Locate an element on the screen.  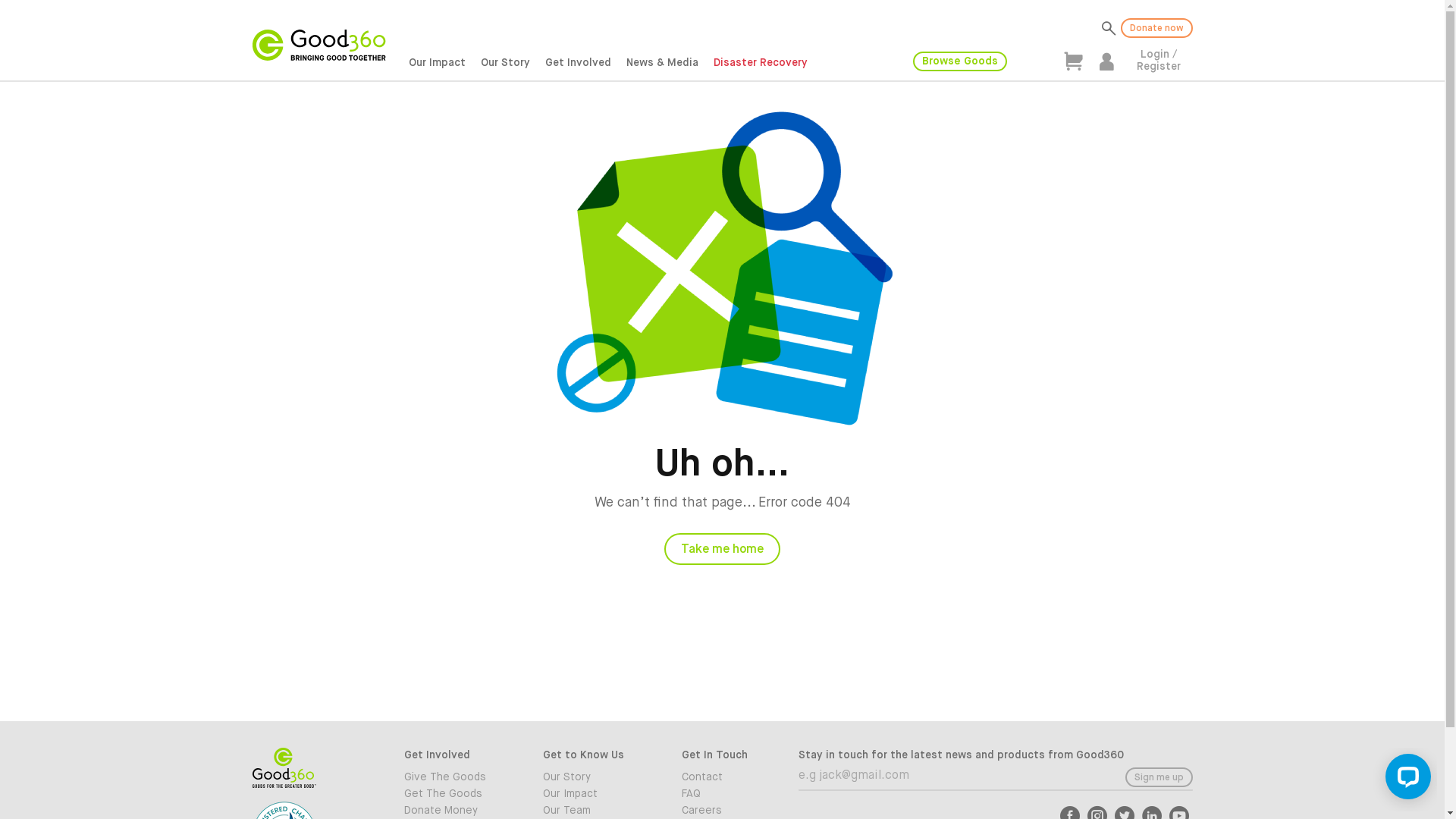
'Sign me up' is located at coordinates (1158, 777).